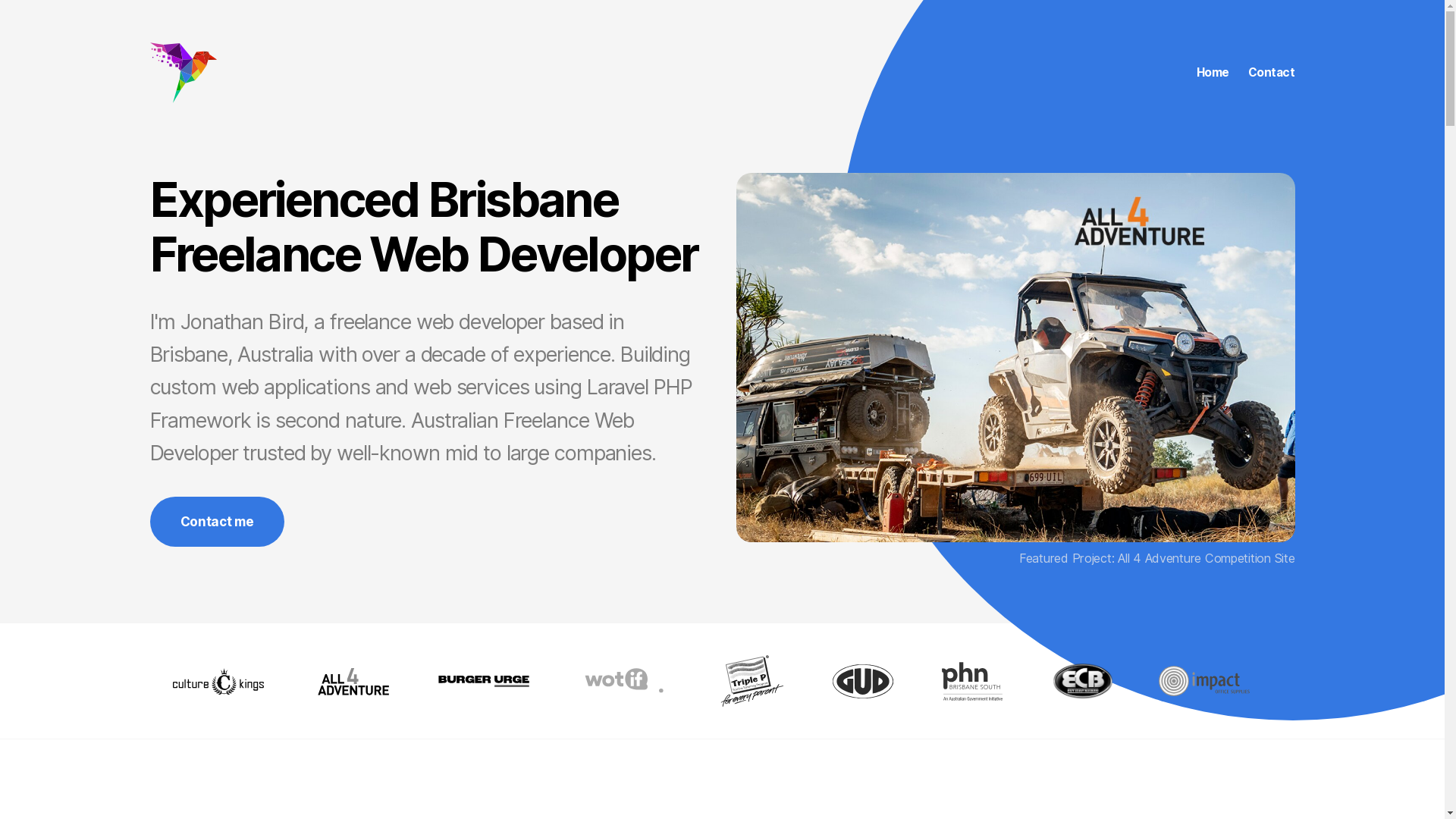 This screenshot has height=819, width=1456. Describe the element at coordinates (1271, 73) in the screenshot. I see `'Contact'` at that location.